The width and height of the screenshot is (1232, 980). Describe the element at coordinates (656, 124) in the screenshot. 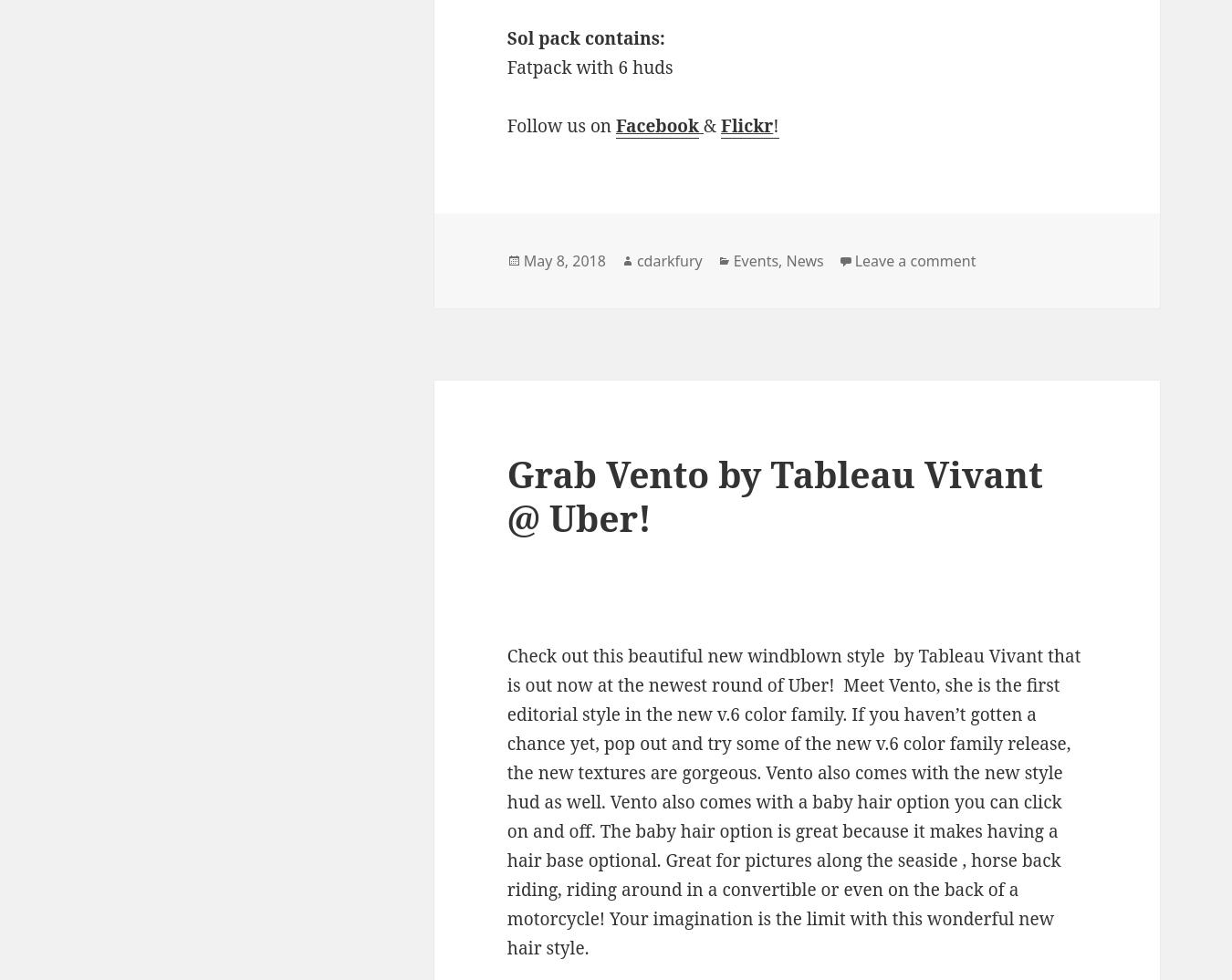

I see `'Facebook'` at that location.